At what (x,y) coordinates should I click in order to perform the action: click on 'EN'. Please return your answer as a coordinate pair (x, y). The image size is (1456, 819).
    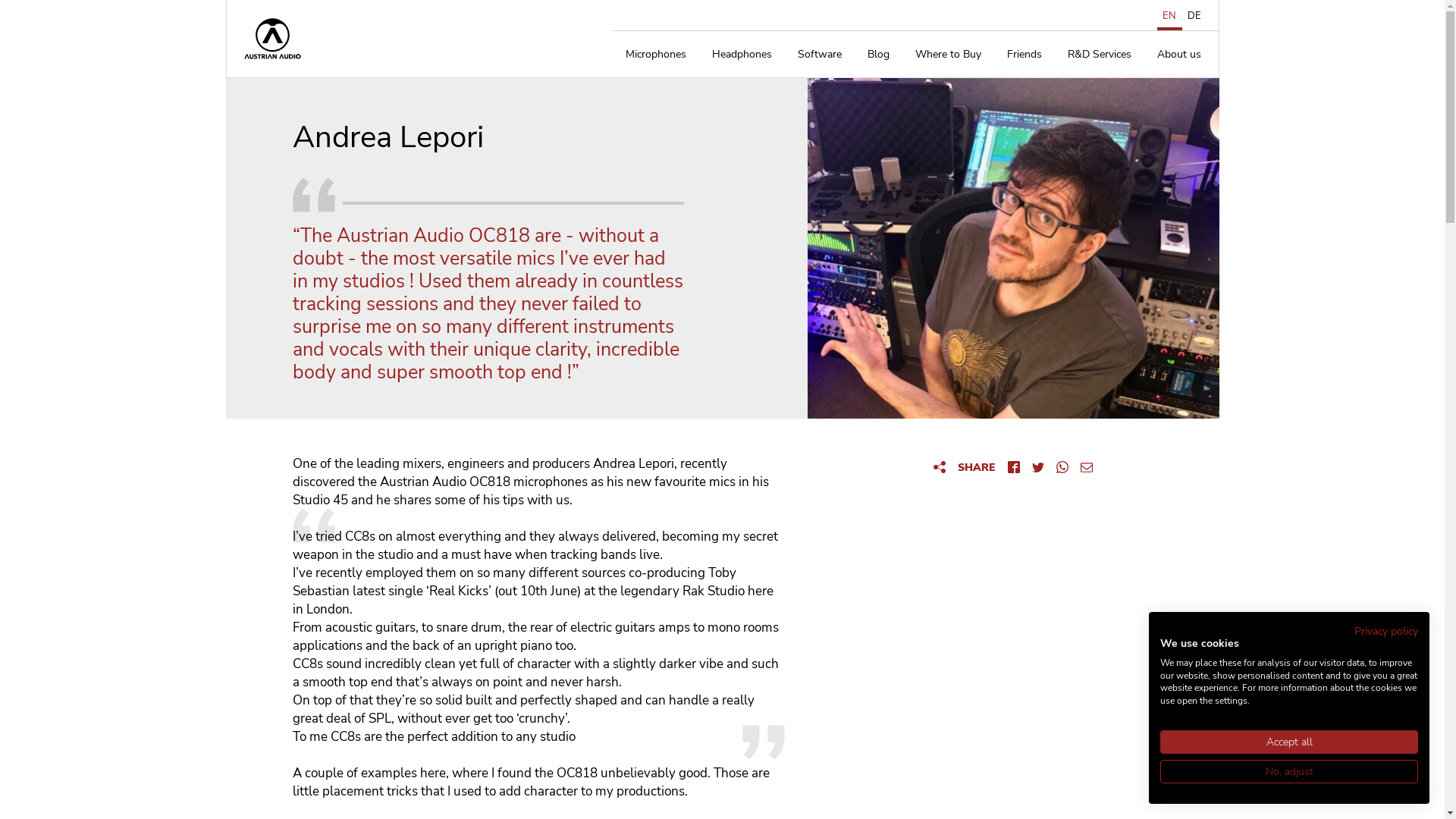
    Looking at the image, I should click on (1156, 15).